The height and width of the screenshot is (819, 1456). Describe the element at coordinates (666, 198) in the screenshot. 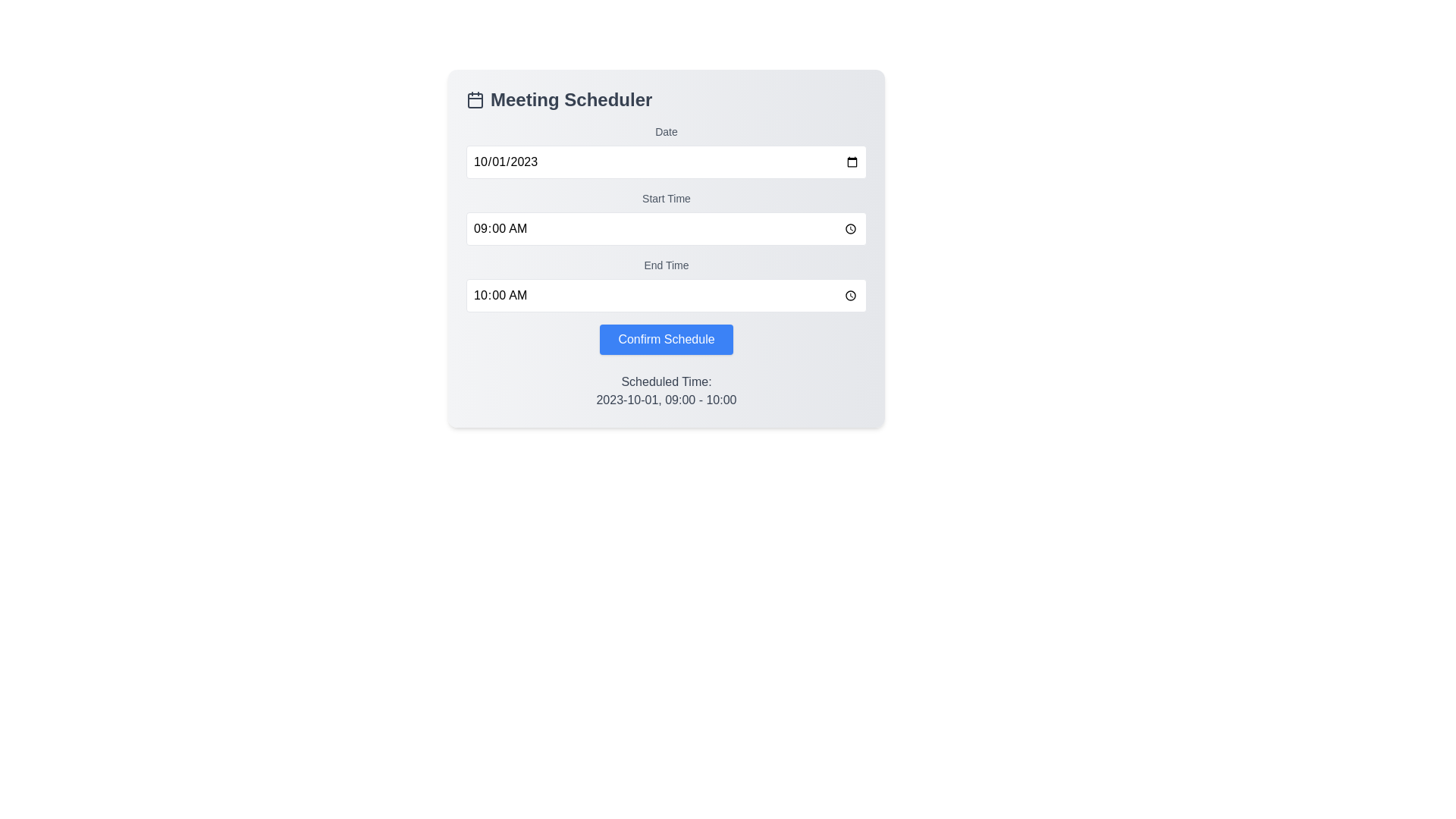

I see `the 'Start Time' static text label, which displays the text in medium gray font, located between the date input field and the '09:00 AM' time input field` at that location.